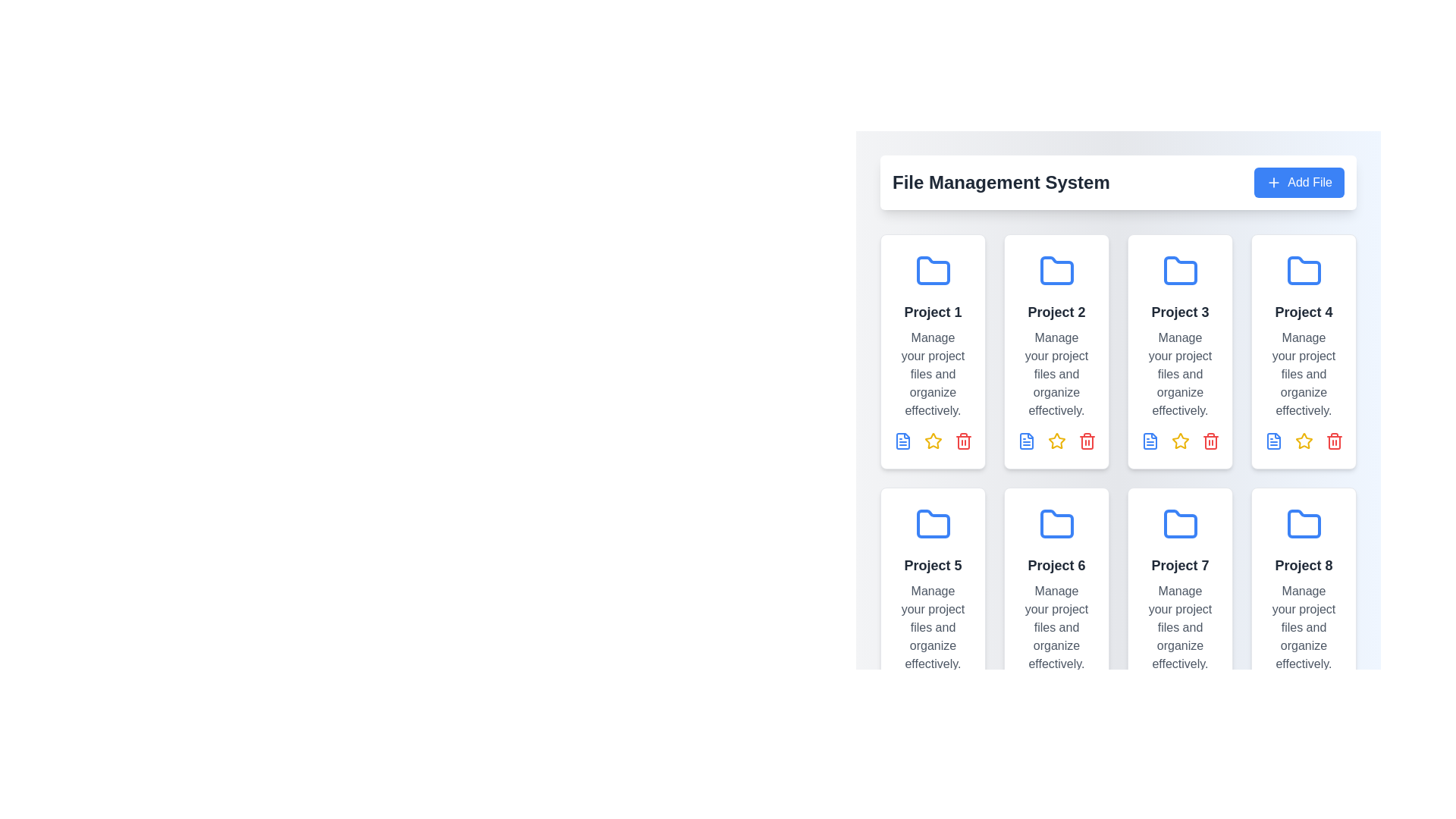  I want to click on the trash can icon located beneath the 'Project 3' card in the file management dashboard, so click(1210, 442).